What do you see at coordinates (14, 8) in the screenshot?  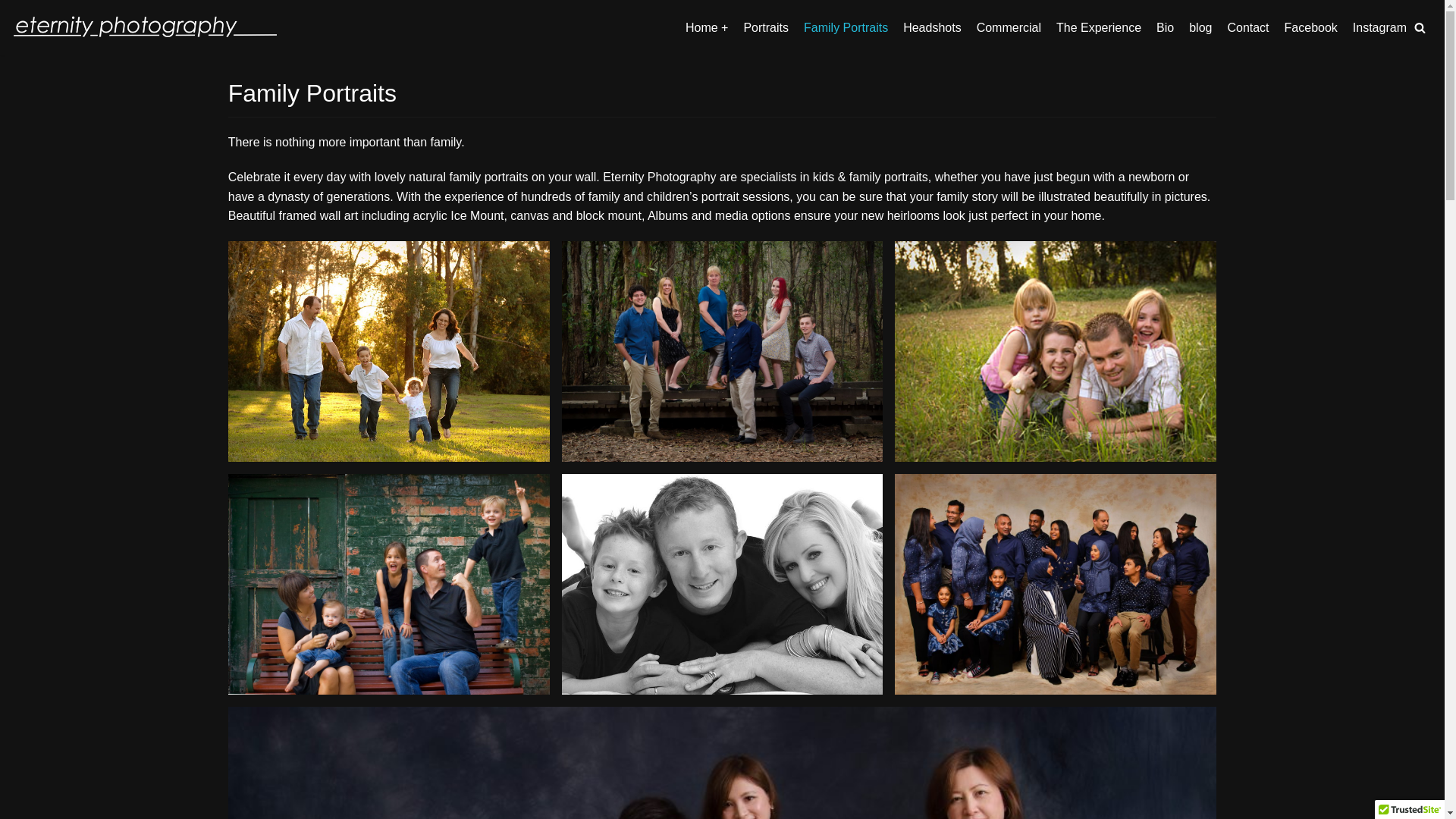 I see `'Skip to content'` at bounding box center [14, 8].